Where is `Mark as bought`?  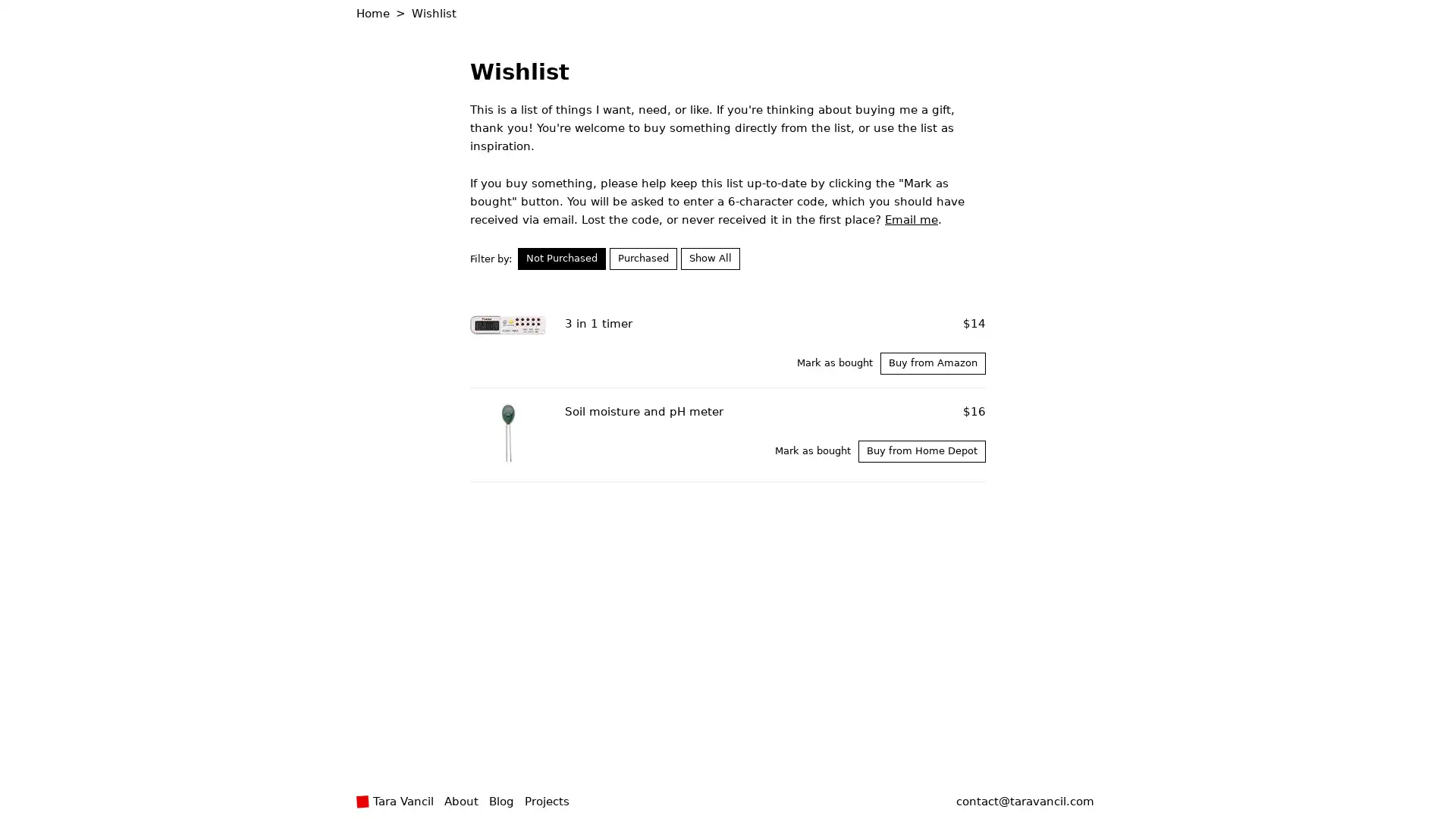 Mark as bought is located at coordinates (833, 362).